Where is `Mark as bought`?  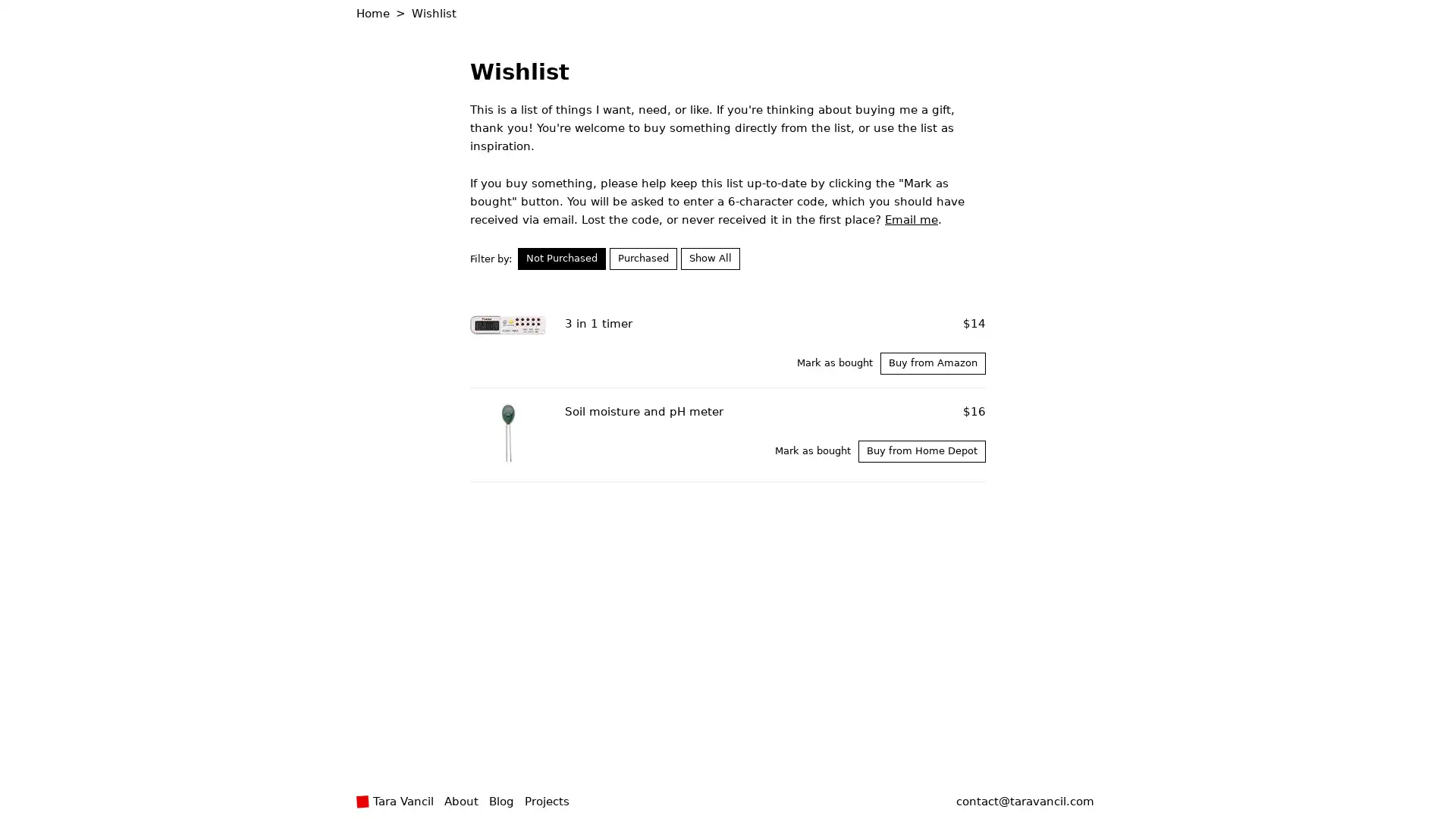 Mark as bought is located at coordinates (833, 362).